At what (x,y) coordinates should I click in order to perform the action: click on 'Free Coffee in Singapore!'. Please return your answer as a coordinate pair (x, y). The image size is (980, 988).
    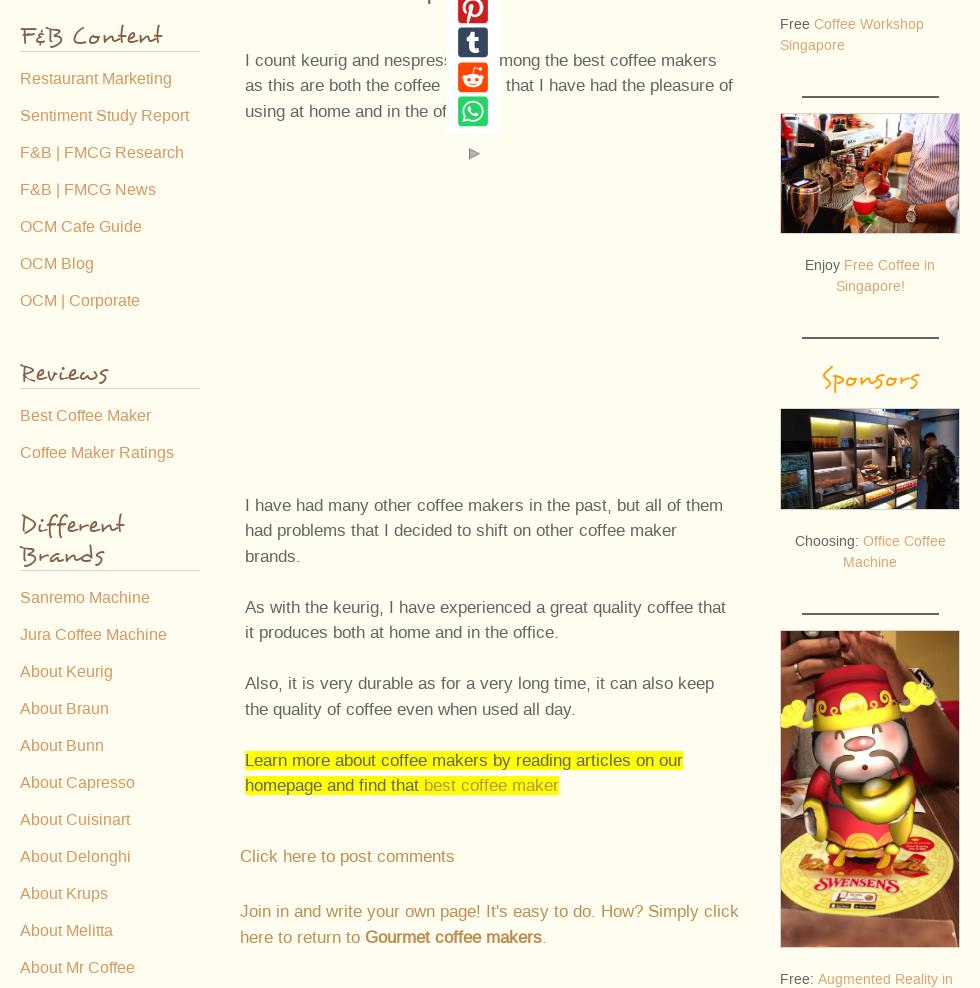
    Looking at the image, I should click on (885, 273).